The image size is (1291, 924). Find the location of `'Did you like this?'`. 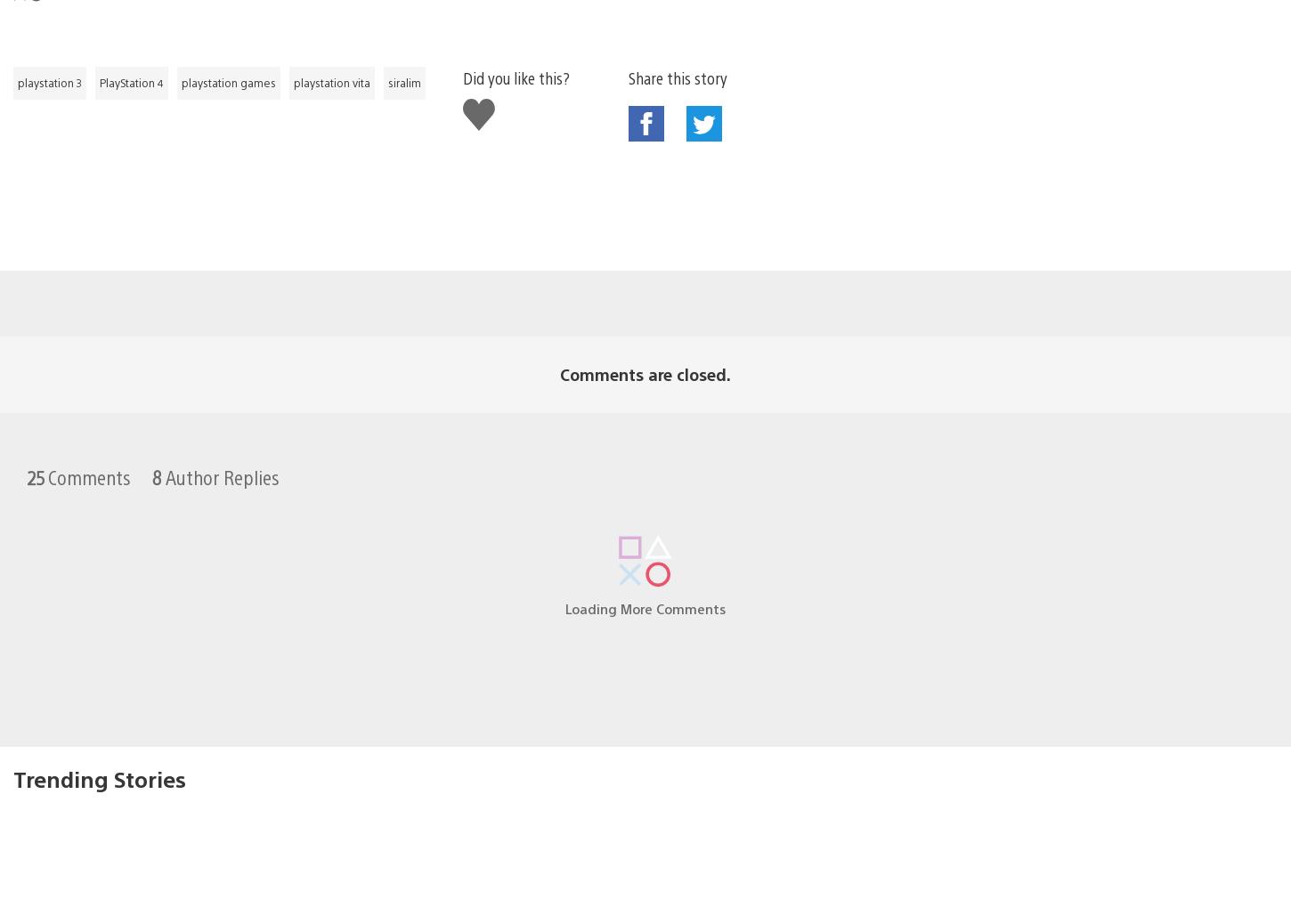

'Did you like this?' is located at coordinates (516, 48).